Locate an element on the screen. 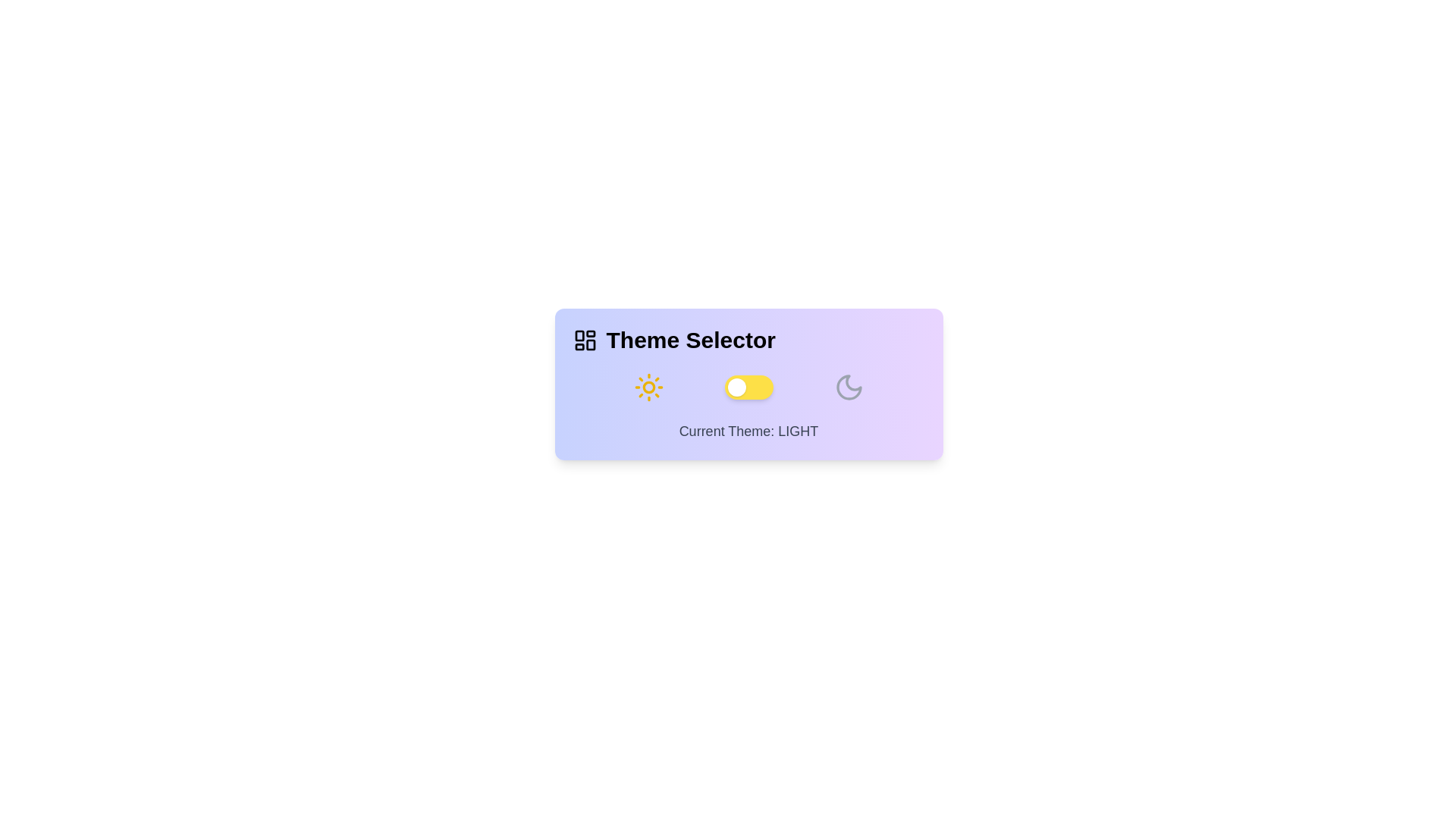 The image size is (1456, 819). the toggle button to switch the theme is located at coordinates (748, 386).